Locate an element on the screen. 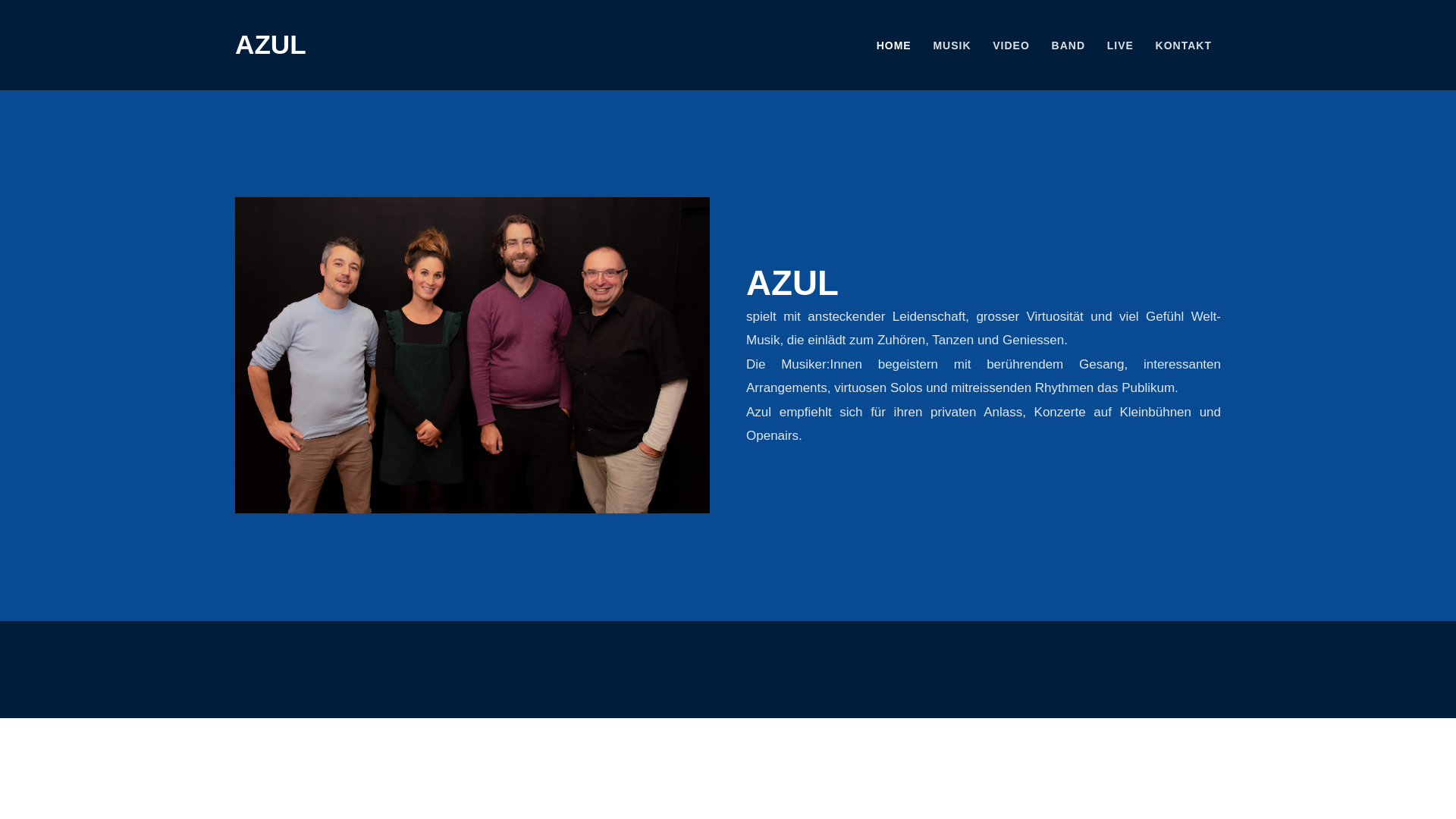 Image resolution: width=1456 pixels, height=819 pixels. 'BAND' is located at coordinates (1068, 45).